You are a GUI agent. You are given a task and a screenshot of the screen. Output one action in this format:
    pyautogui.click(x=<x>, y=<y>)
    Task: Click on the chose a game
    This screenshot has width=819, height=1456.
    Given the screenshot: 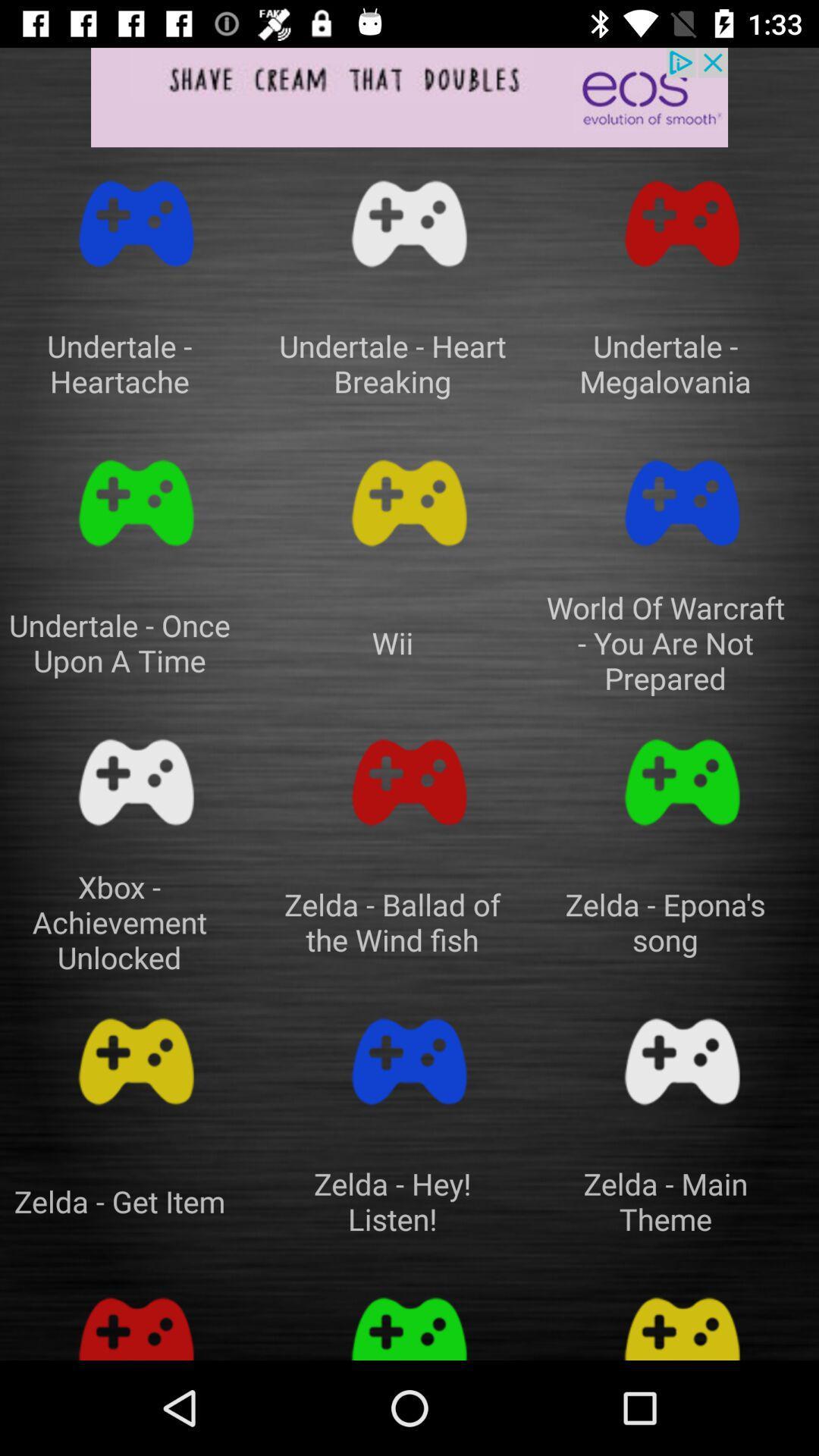 What is the action you would take?
    pyautogui.click(x=681, y=783)
    